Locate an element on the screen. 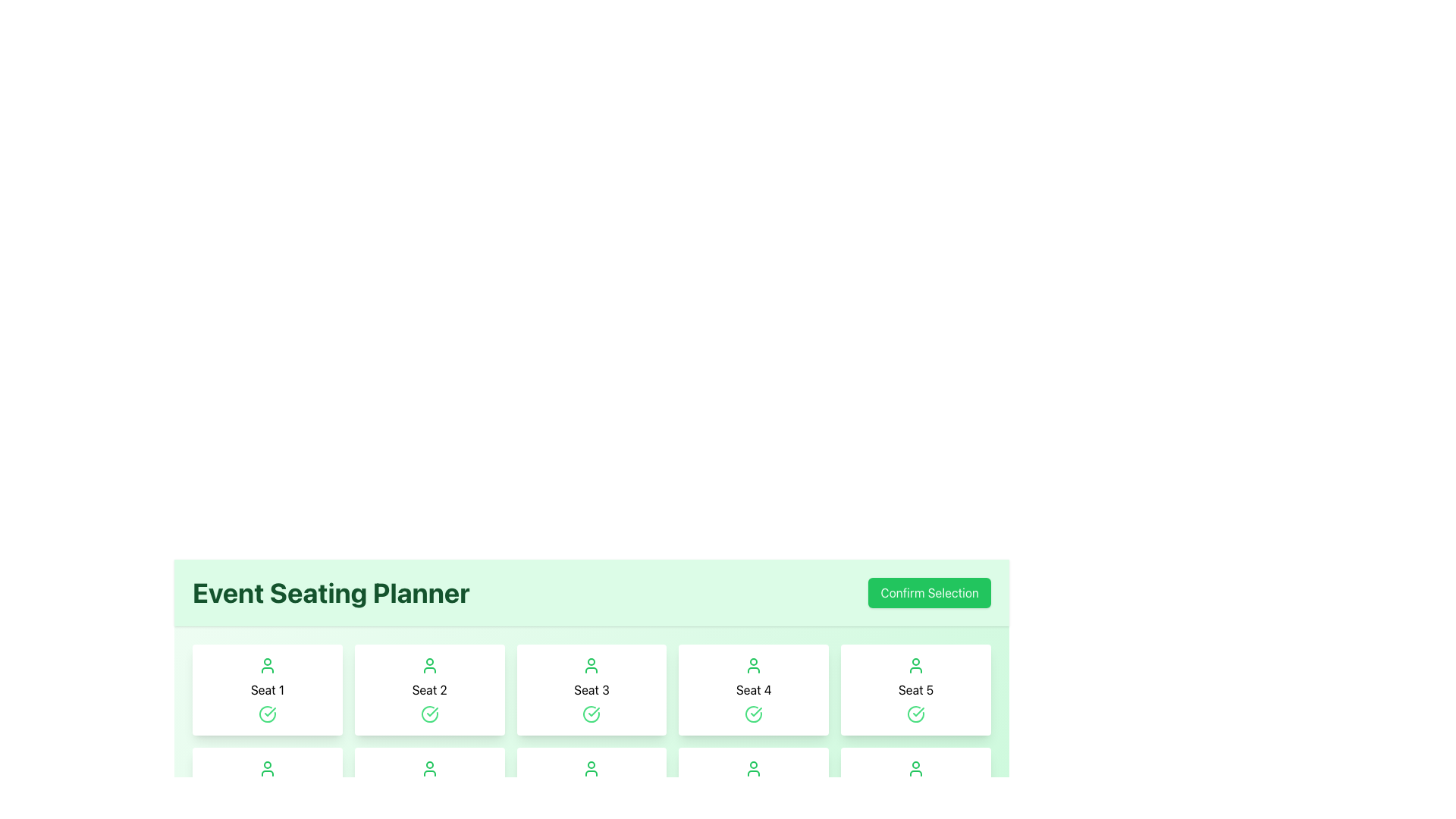  the confirmation indicator icon for 'Seat 3', which is centrally located within the card representing this seat is located at coordinates (591, 714).